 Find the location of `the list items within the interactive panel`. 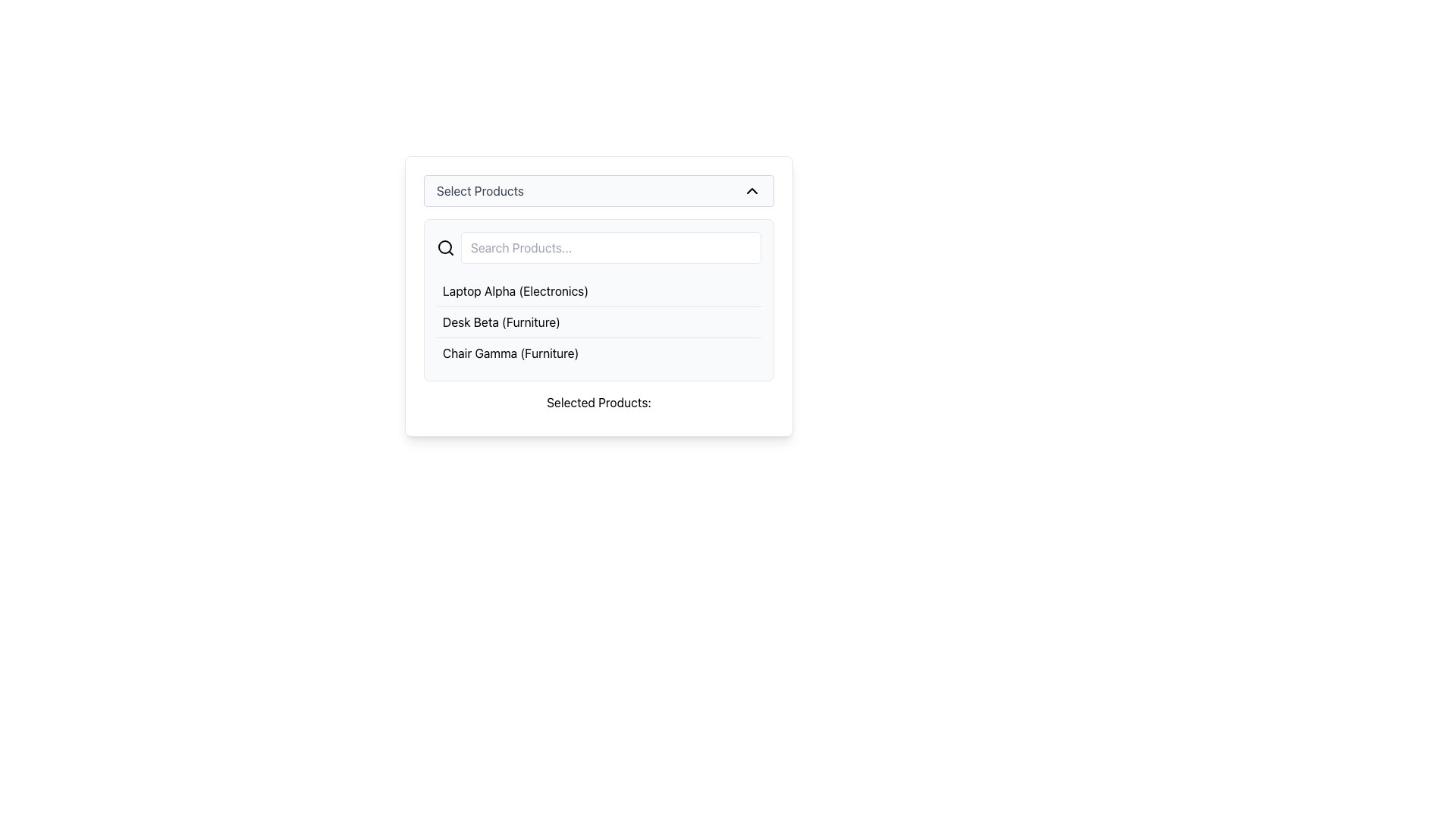

the list items within the interactive panel is located at coordinates (598, 296).